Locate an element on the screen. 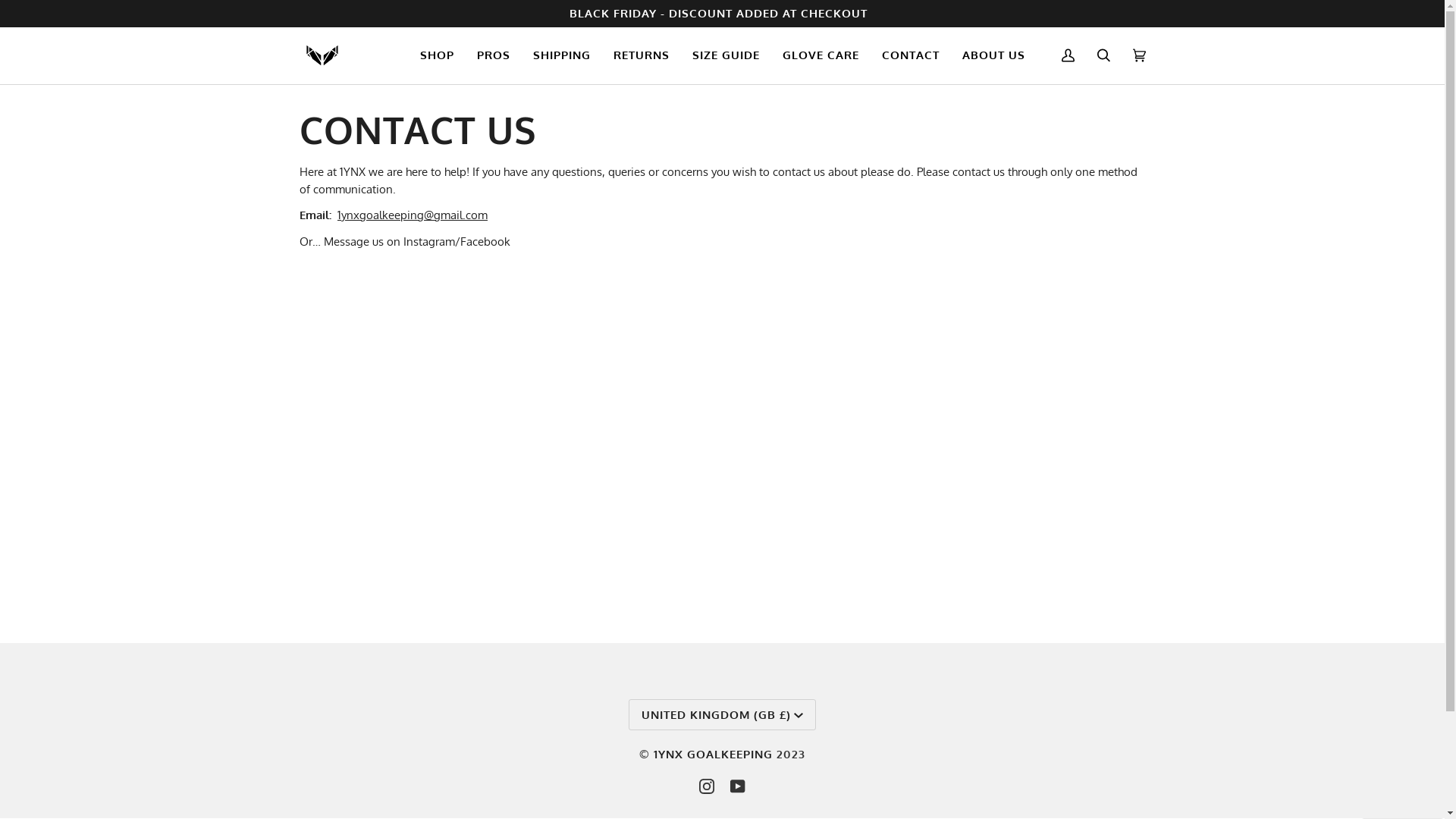 The height and width of the screenshot is (819, 1456). 'YOUTUBE' is located at coordinates (738, 786).